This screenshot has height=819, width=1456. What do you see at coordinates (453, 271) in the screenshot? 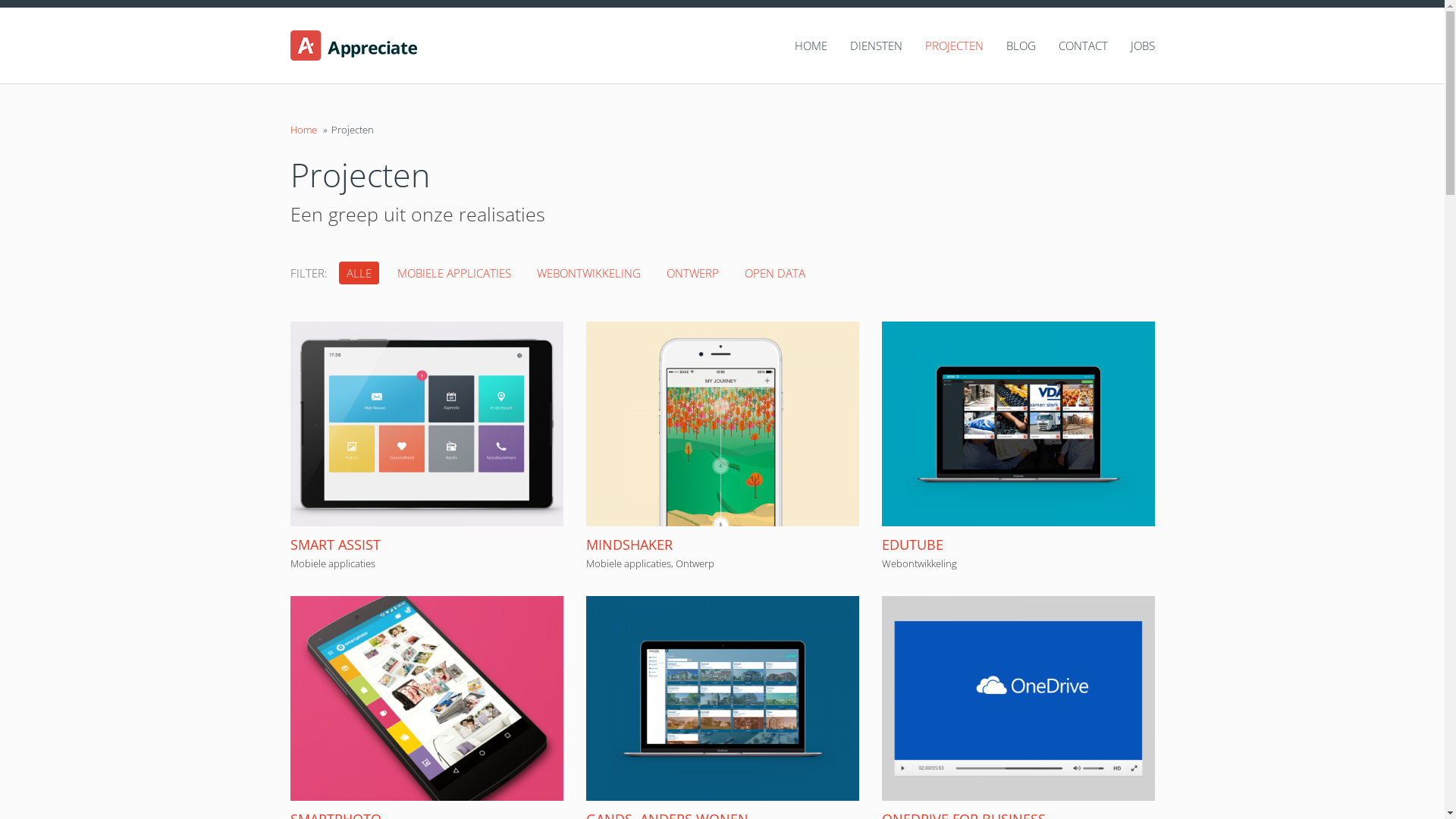
I see `'MOBIELE APPLICATIES'` at bounding box center [453, 271].